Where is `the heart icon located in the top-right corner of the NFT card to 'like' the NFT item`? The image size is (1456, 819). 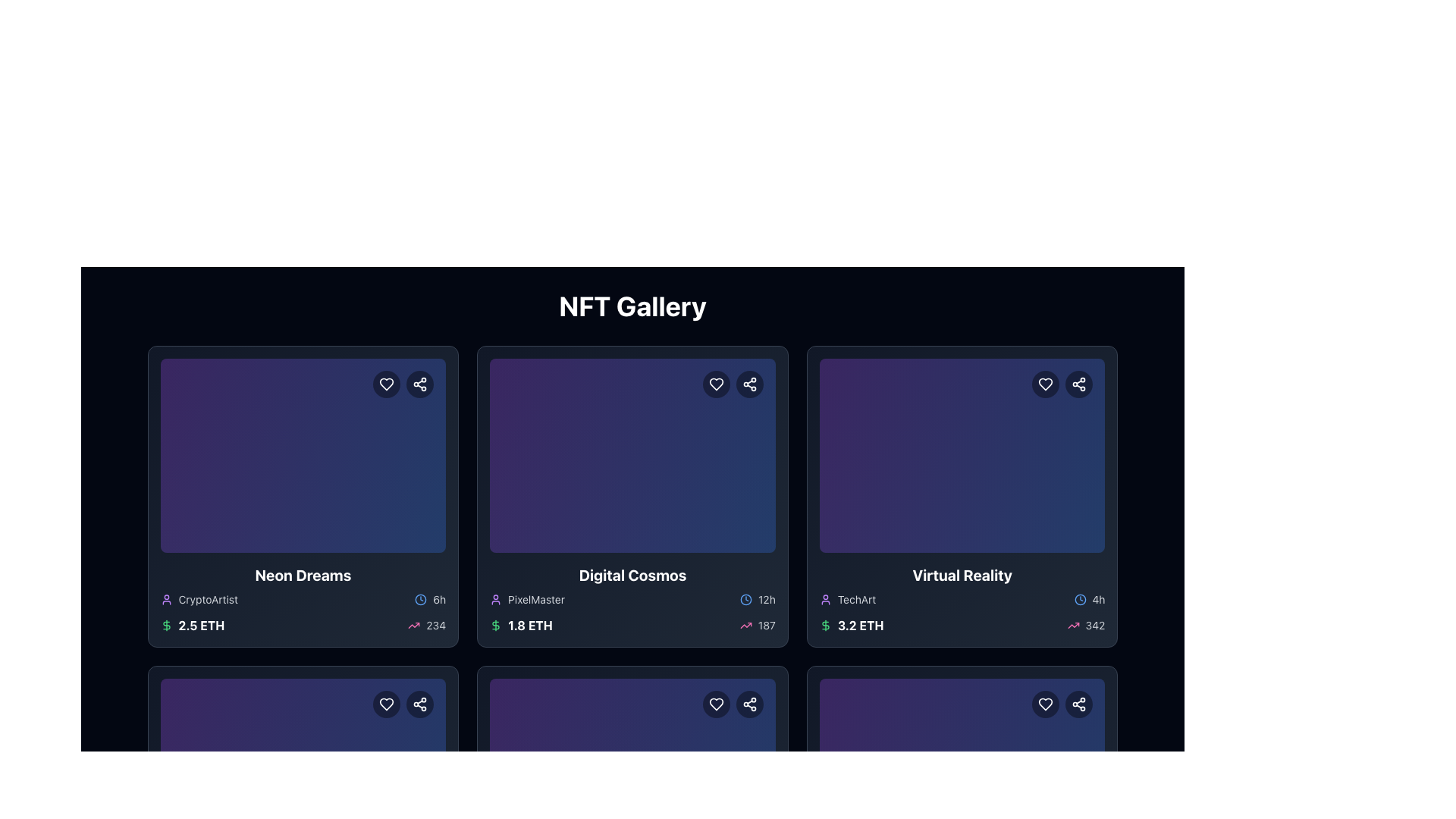 the heart icon located in the top-right corner of the NFT card to 'like' the NFT item is located at coordinates (387, 704).